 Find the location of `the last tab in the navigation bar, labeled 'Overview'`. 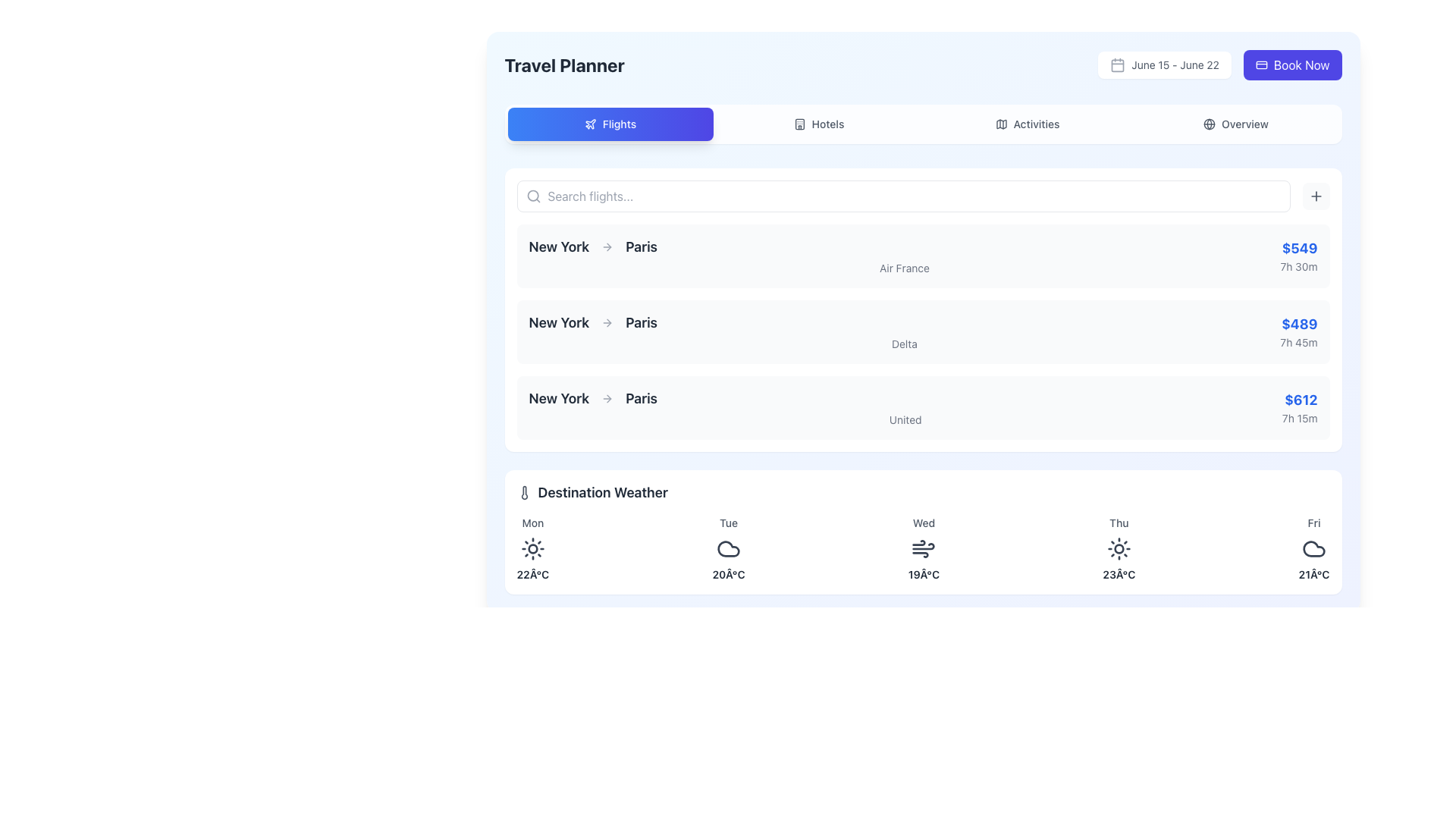

the last tab in the navigation bar, labeled 'Overview' is located at coordinates (1236, 124).